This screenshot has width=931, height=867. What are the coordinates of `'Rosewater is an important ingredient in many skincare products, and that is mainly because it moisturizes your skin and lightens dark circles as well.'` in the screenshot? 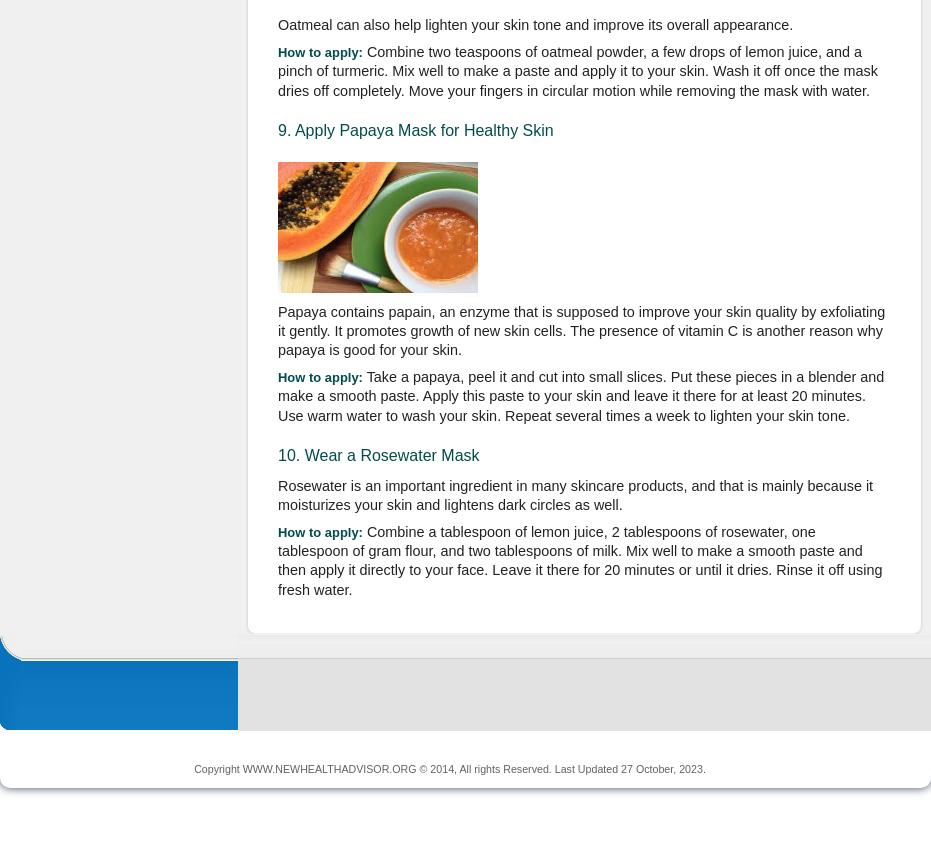 It's located at (276, 493).